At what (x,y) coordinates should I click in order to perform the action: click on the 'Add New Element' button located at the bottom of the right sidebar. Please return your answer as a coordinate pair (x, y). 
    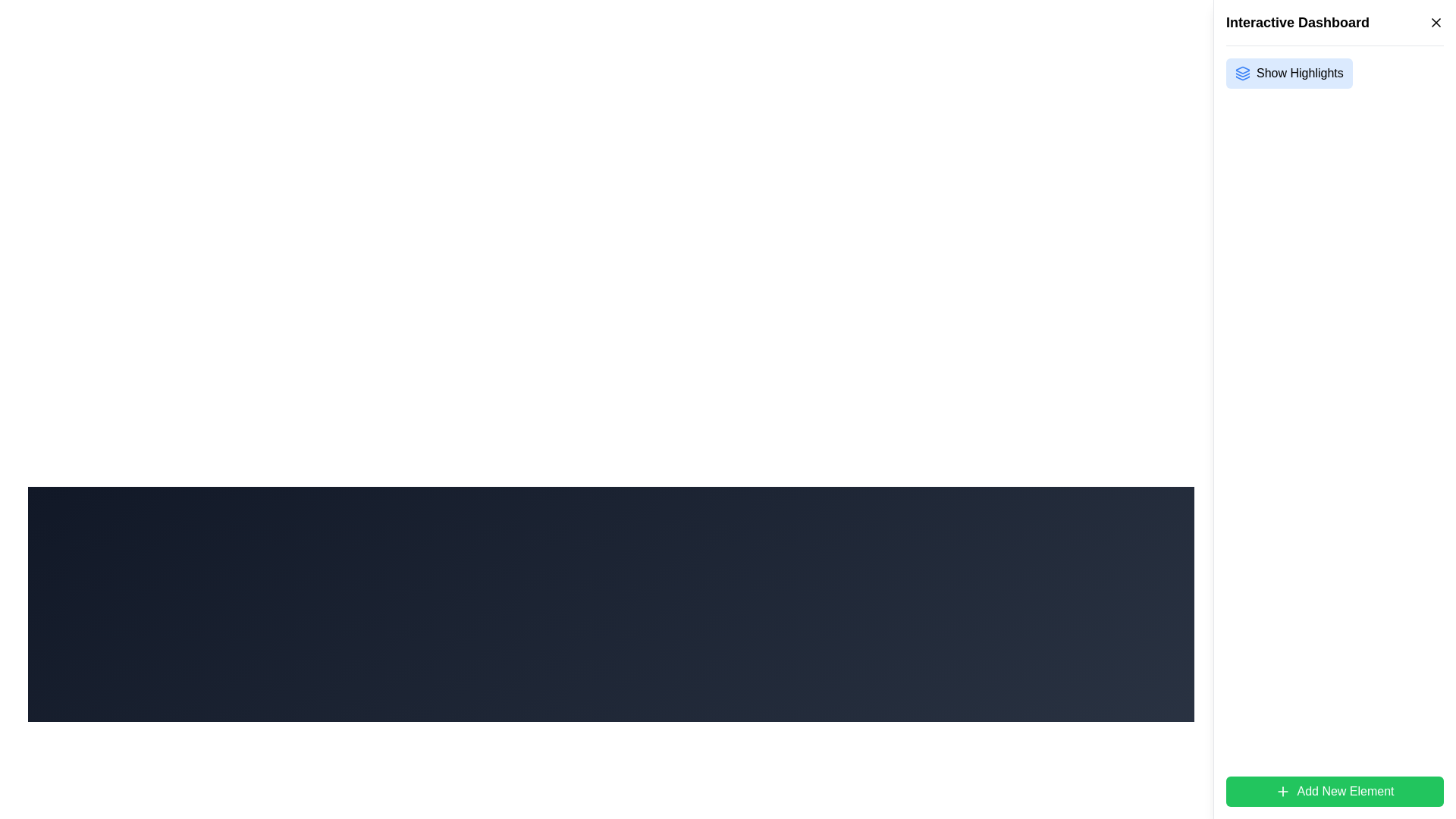
    Looking at the image, I should click on (1335, 791).